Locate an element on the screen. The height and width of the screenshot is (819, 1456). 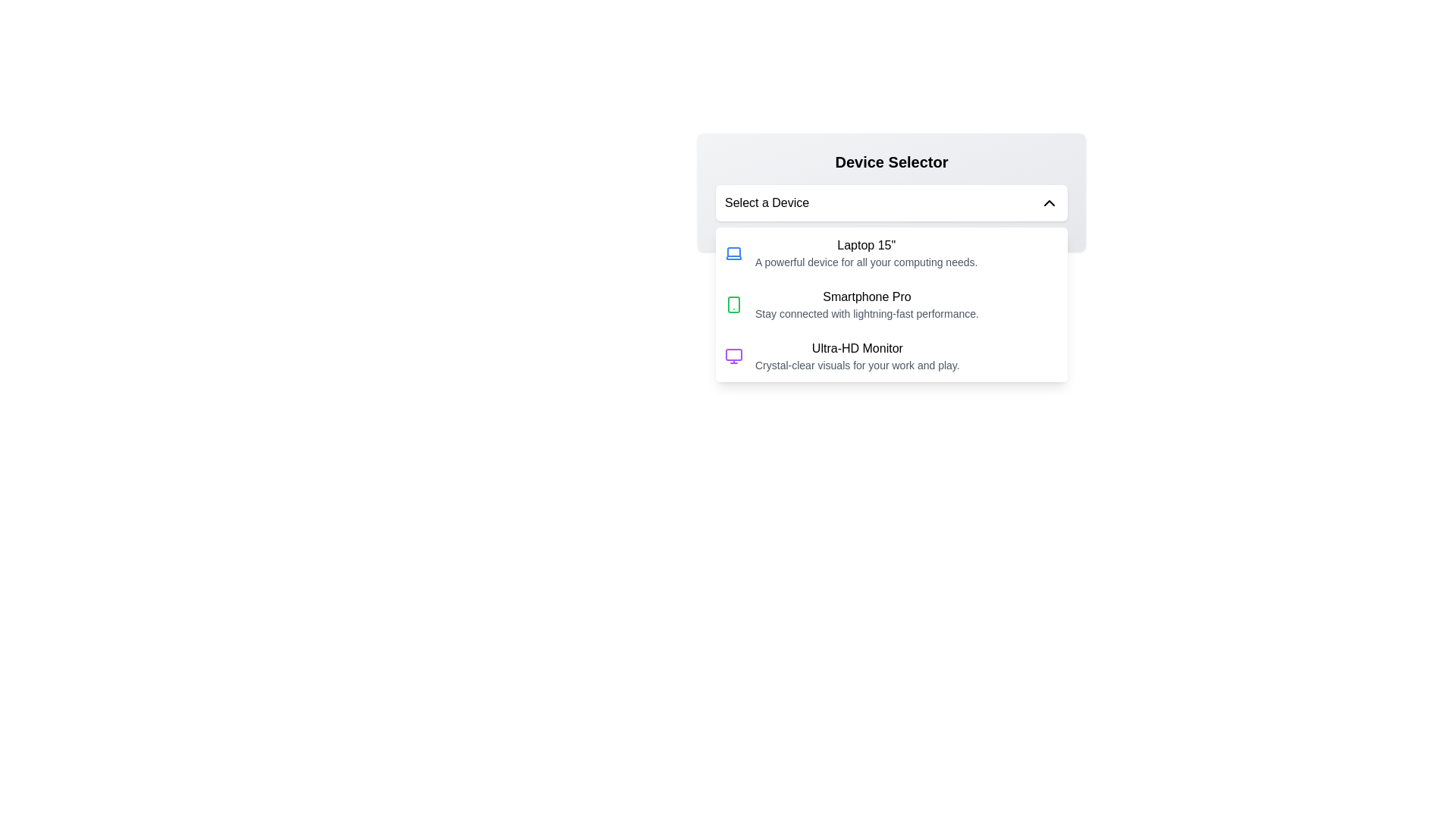
the selectable list item for 'Ultra-HD Monitor' is located at coordinates (892, 356).